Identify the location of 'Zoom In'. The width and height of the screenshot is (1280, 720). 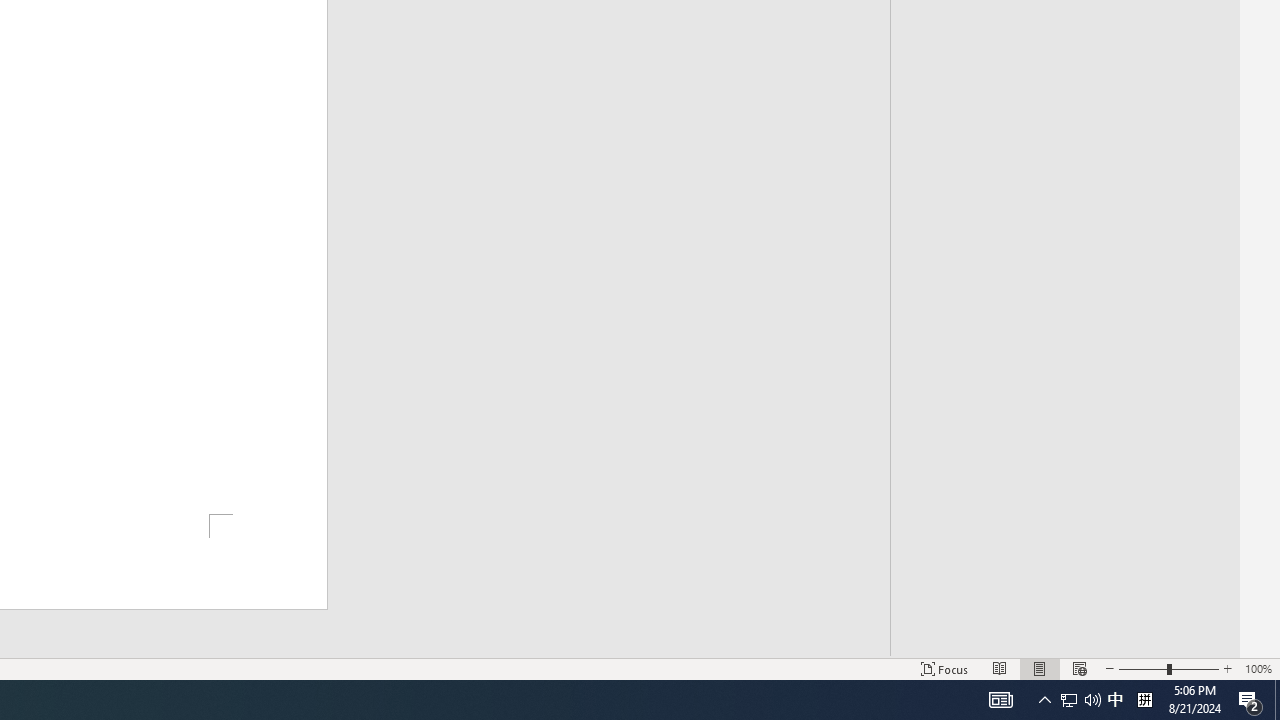
(1226, 669).